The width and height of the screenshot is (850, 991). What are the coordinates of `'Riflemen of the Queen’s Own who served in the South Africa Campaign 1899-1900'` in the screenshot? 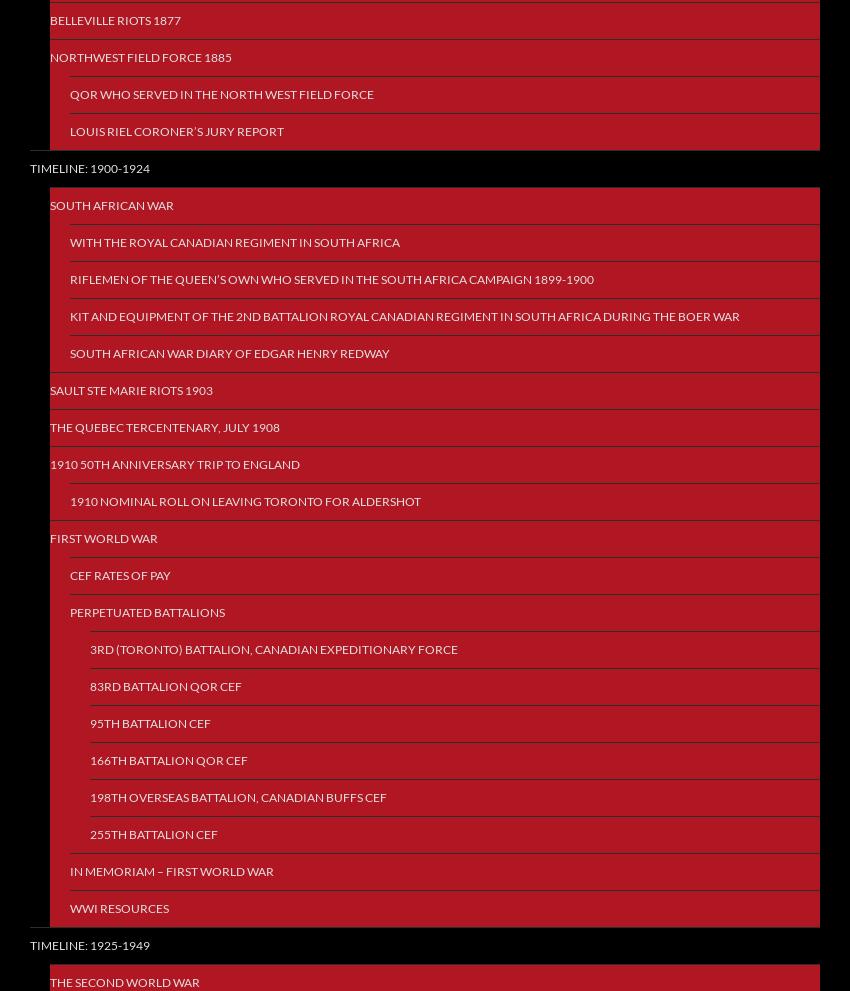 It's located at (332, 278).